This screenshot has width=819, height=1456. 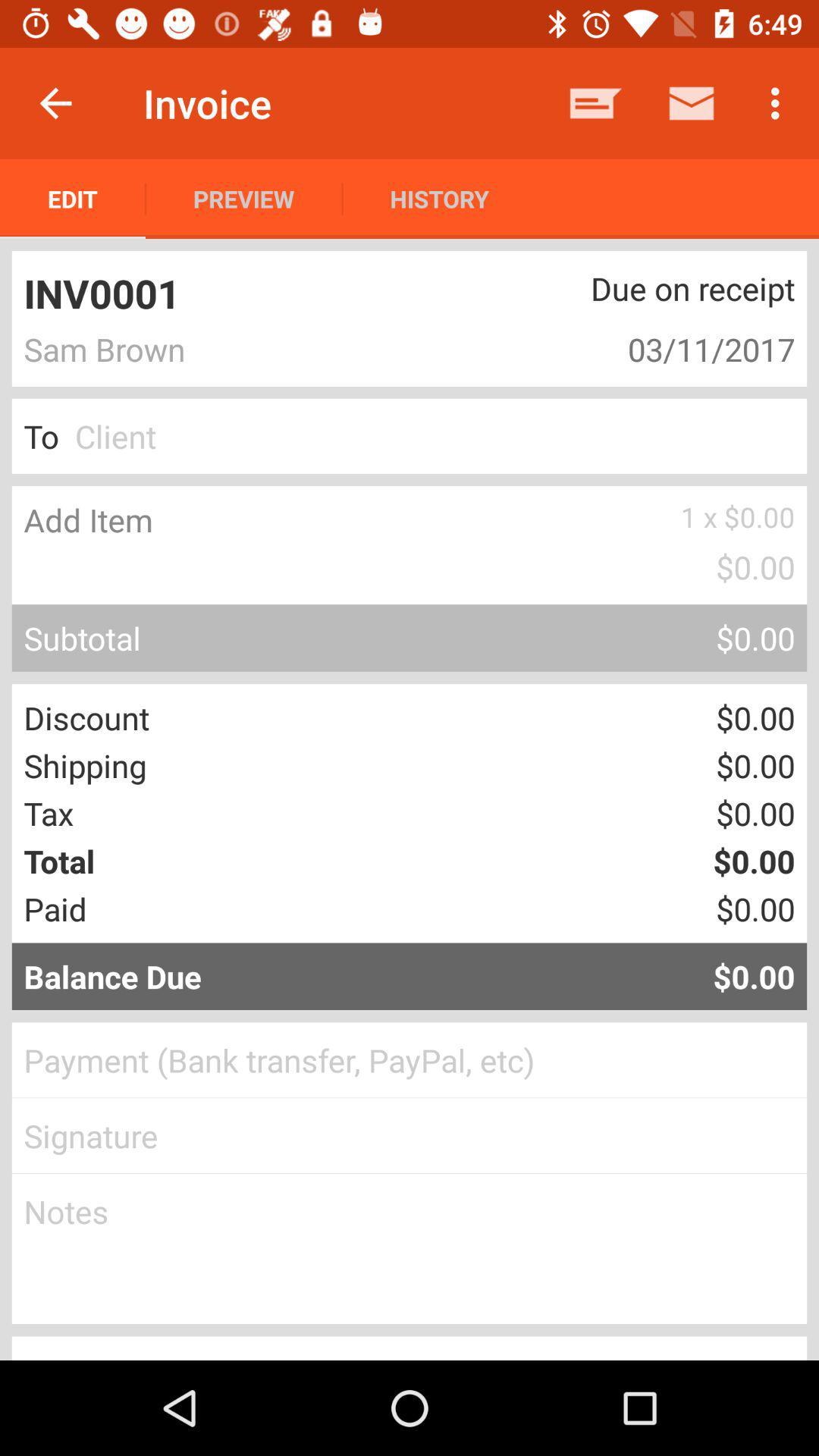 I want to click on a note to the invoice, so click(x=409, y=1248).